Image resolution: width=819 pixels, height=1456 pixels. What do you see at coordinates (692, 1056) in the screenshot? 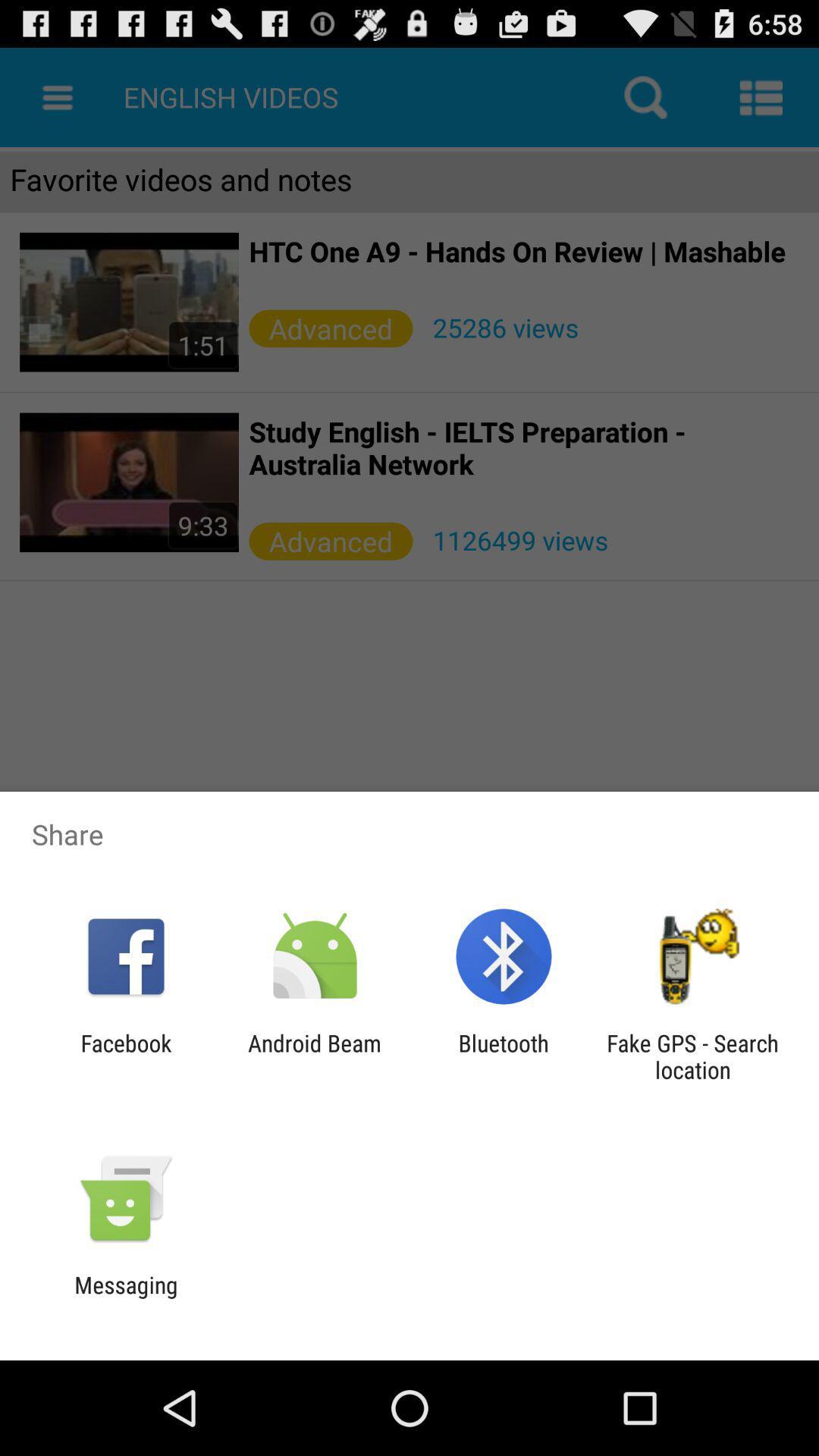
I see `the fake gps search` at bounding box center [692, 1056].